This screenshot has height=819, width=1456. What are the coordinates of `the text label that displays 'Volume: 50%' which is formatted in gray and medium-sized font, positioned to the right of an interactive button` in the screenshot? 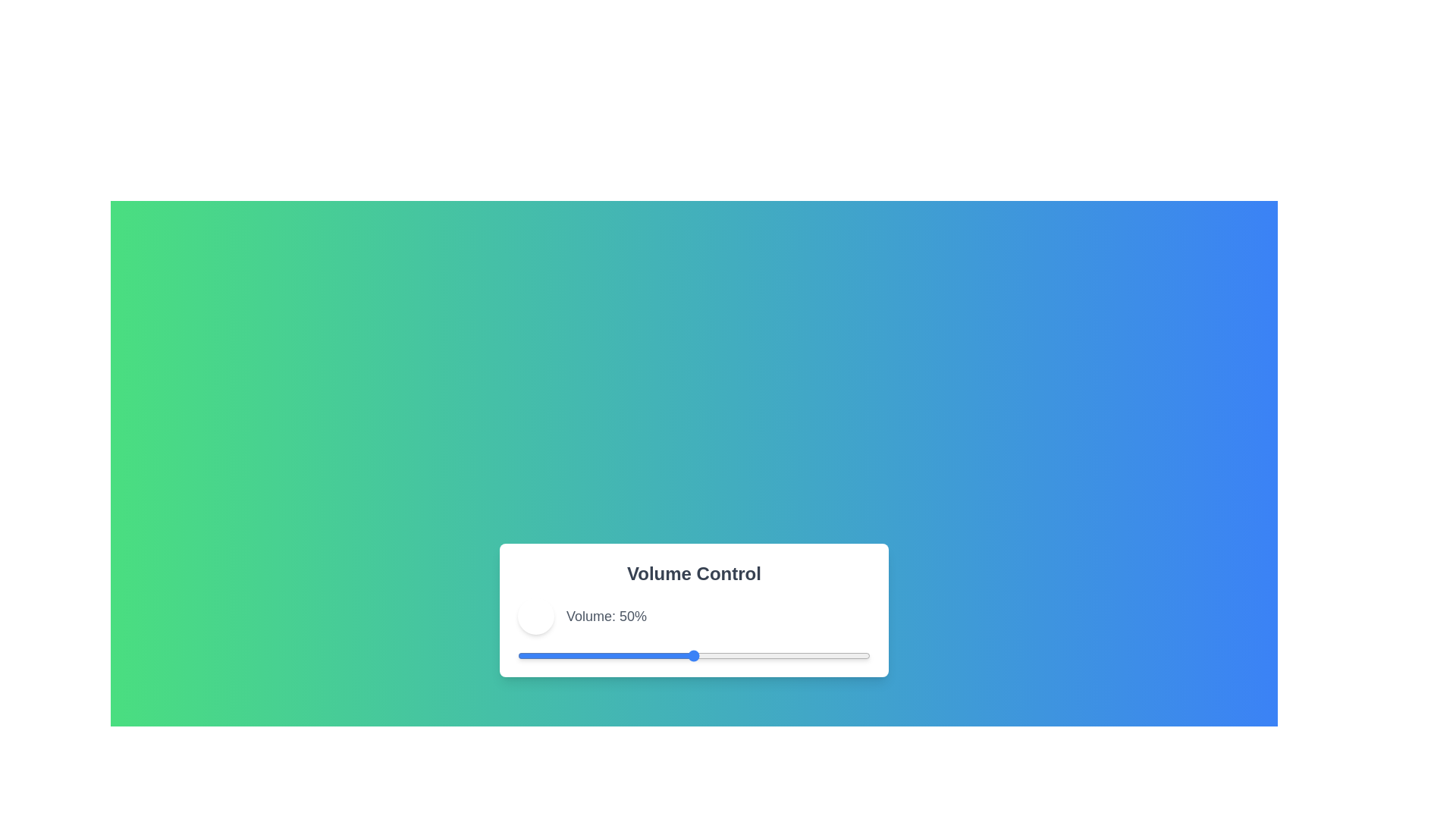 It's located at (607, 617).